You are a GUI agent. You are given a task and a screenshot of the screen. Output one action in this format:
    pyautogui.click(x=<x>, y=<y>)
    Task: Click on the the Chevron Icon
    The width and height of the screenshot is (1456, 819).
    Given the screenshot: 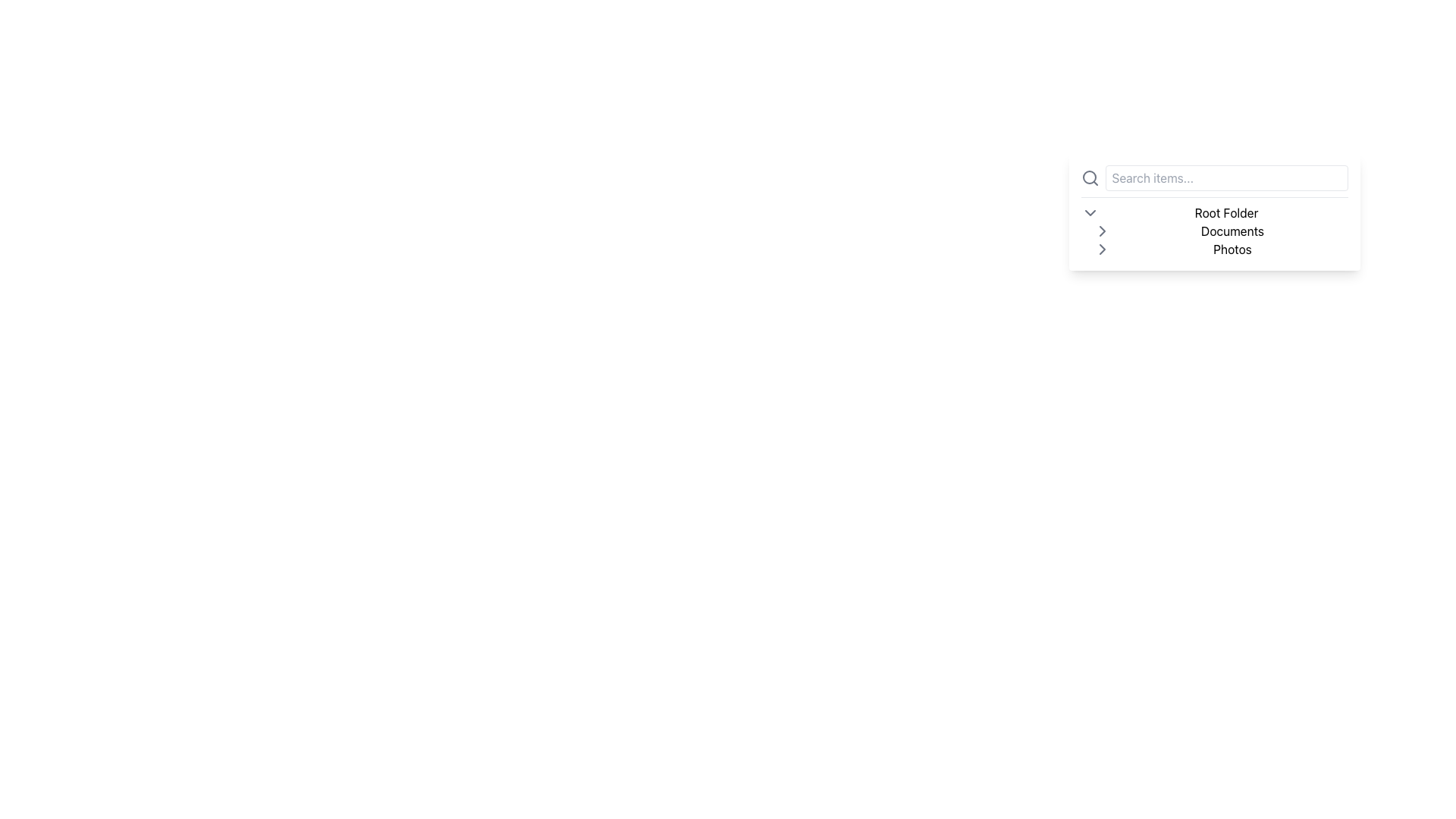 What is the action you would take?
    pyautogui.click(x=1102, y=248)
    